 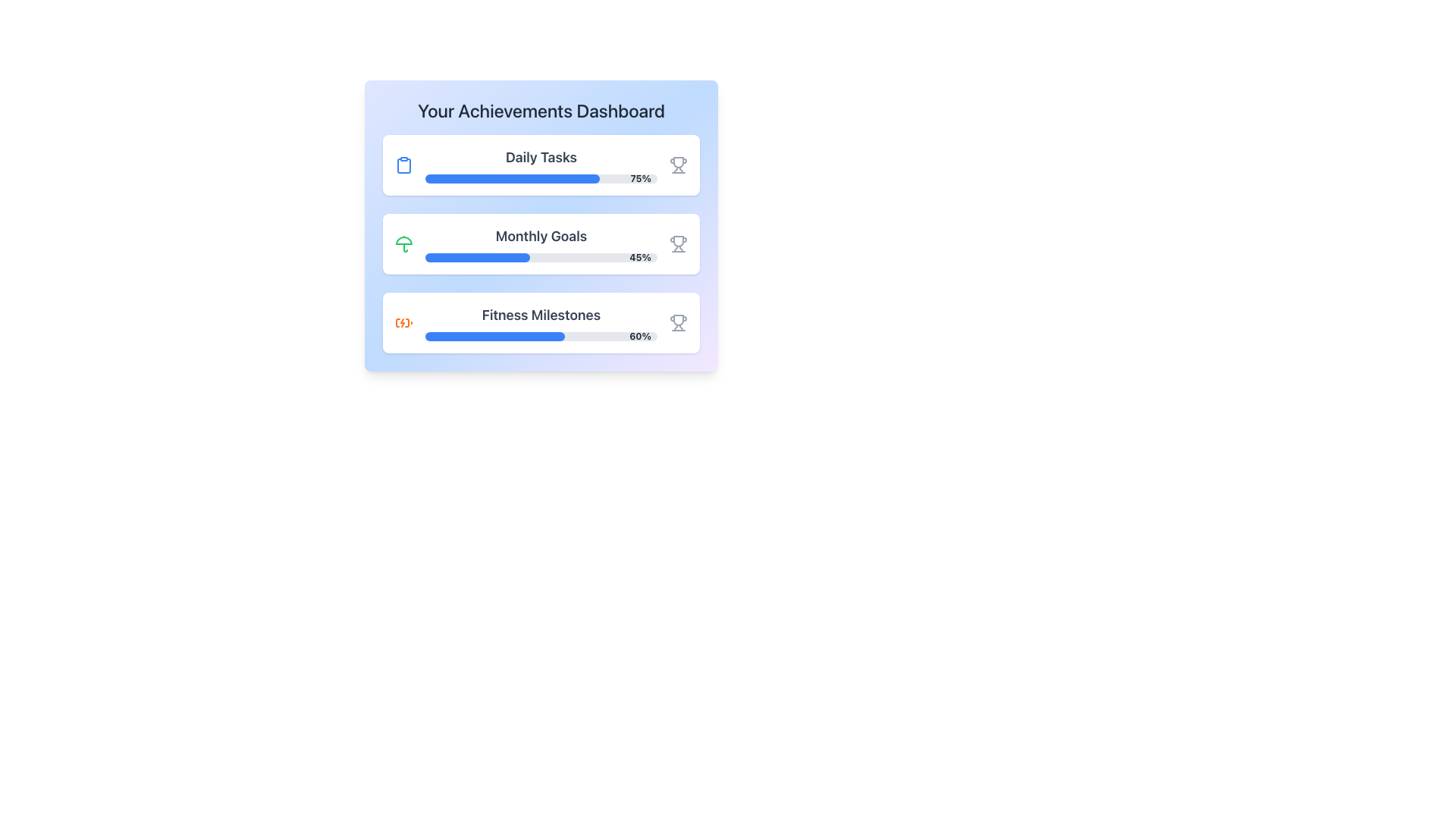 I want to click on the Progress Card that visually represents progress towards a fitness milestone, located beneath the 'Monthly Goals' card in the 'Your Achievements Dashboard', so click(x=541, y=322).